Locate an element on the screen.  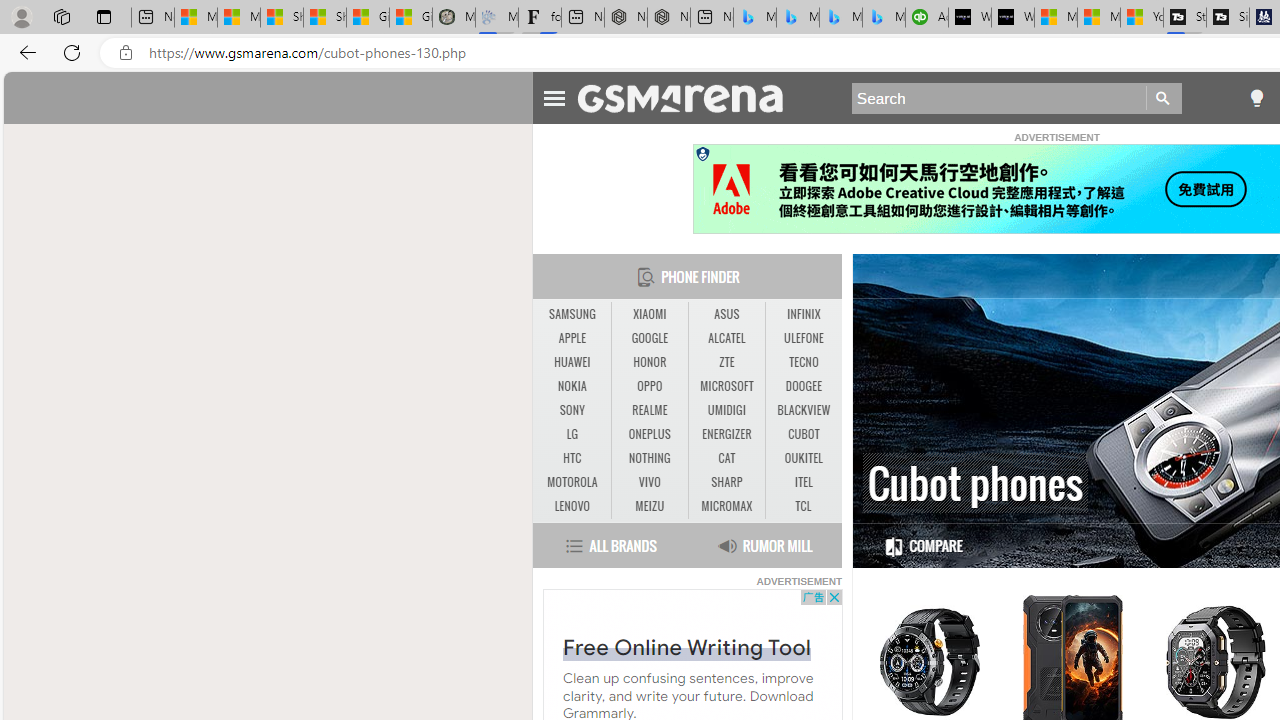
'OPPO' is located at coordinates (649, 386).